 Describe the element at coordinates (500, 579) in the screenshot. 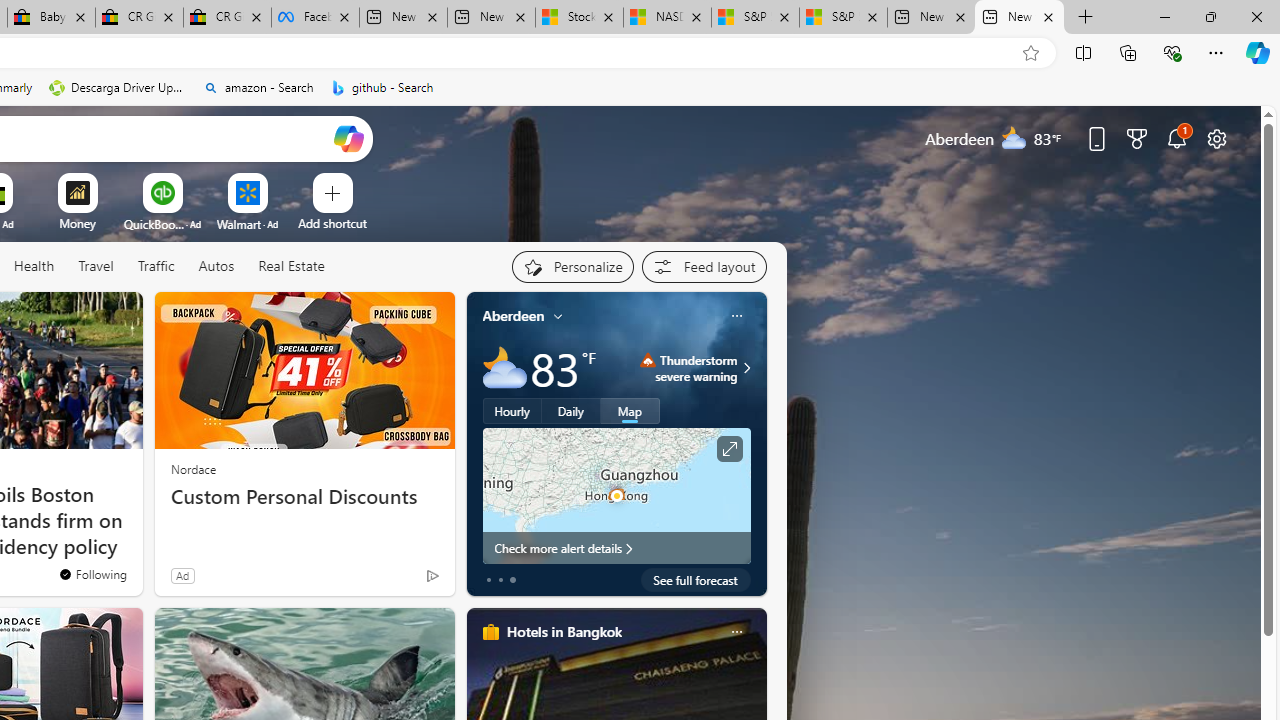

I see `'tab-1'` at that location.